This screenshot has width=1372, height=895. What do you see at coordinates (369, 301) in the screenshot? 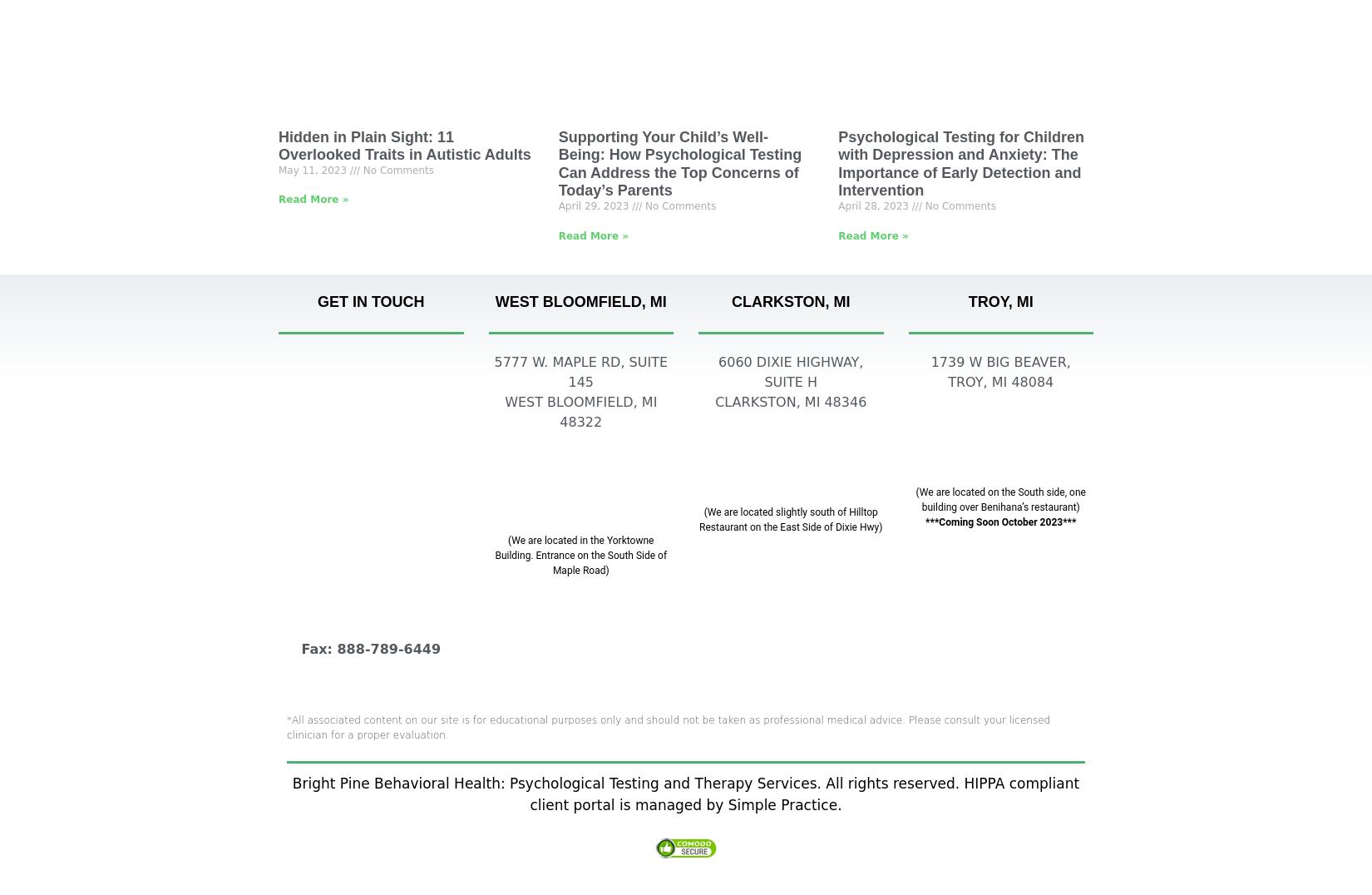
I see `'GET IN TOUCH'` at bounding box center [369, 301].